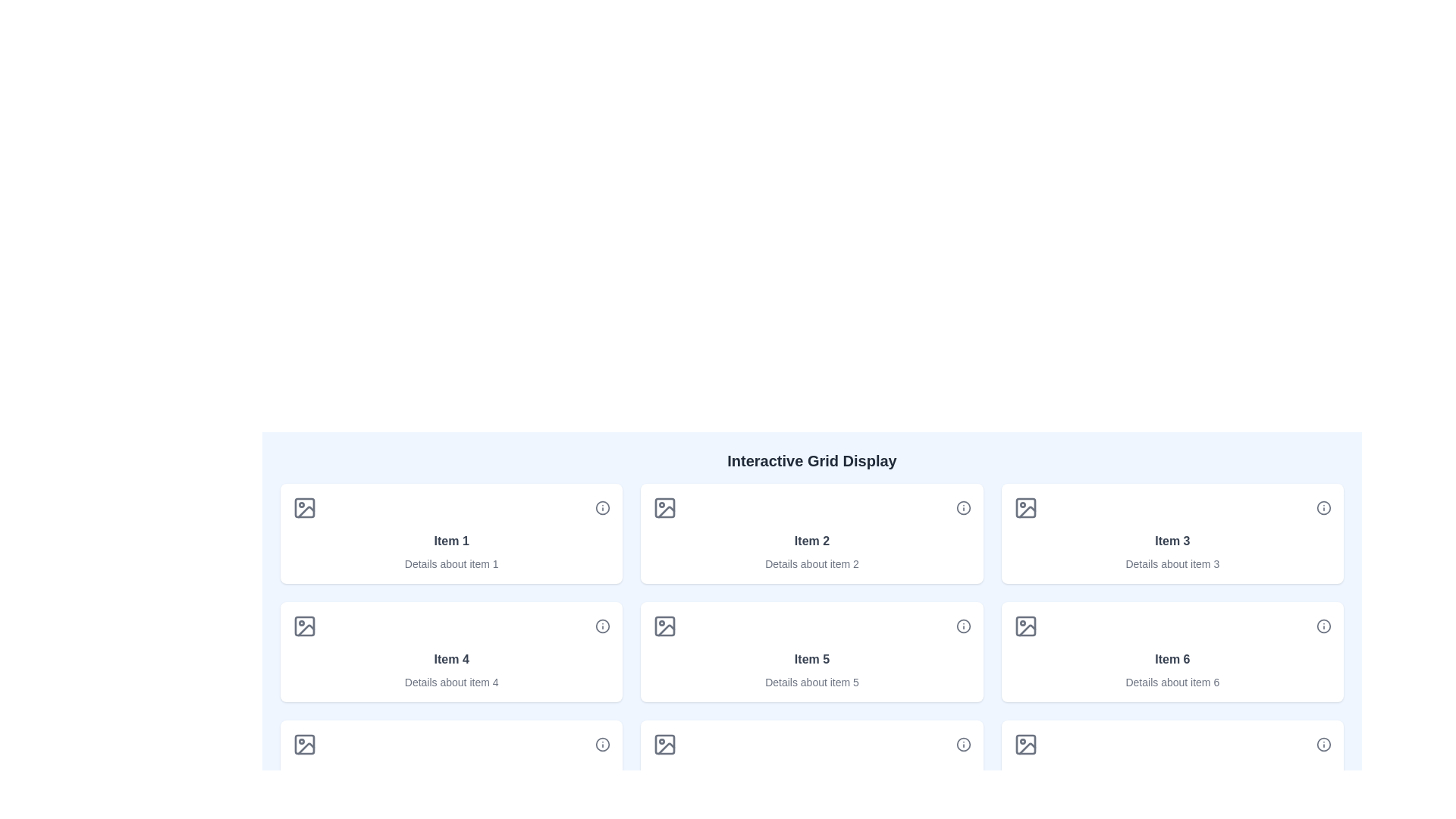 This screenshot has height=819, width=1456. Describe the element at coordinates (811, 460) in the screenshot. I see `the Text Label that acts as the heading or title of the interface section, summarizing the content or purpose of the following grid layout` at that location.